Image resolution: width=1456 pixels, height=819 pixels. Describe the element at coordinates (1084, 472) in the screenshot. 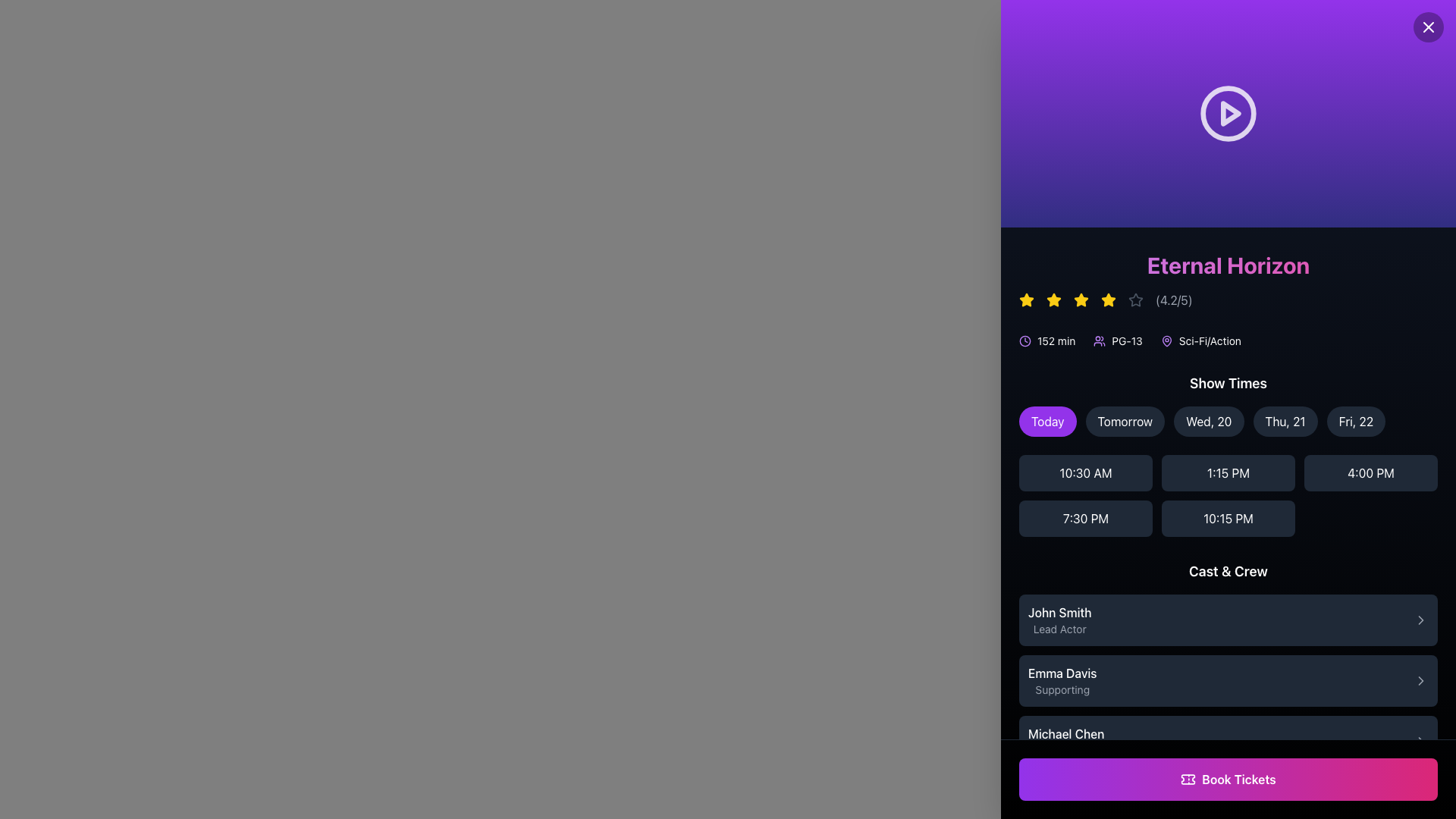

I see `the top-left button for the '10:30 AM' showtime` at that location.